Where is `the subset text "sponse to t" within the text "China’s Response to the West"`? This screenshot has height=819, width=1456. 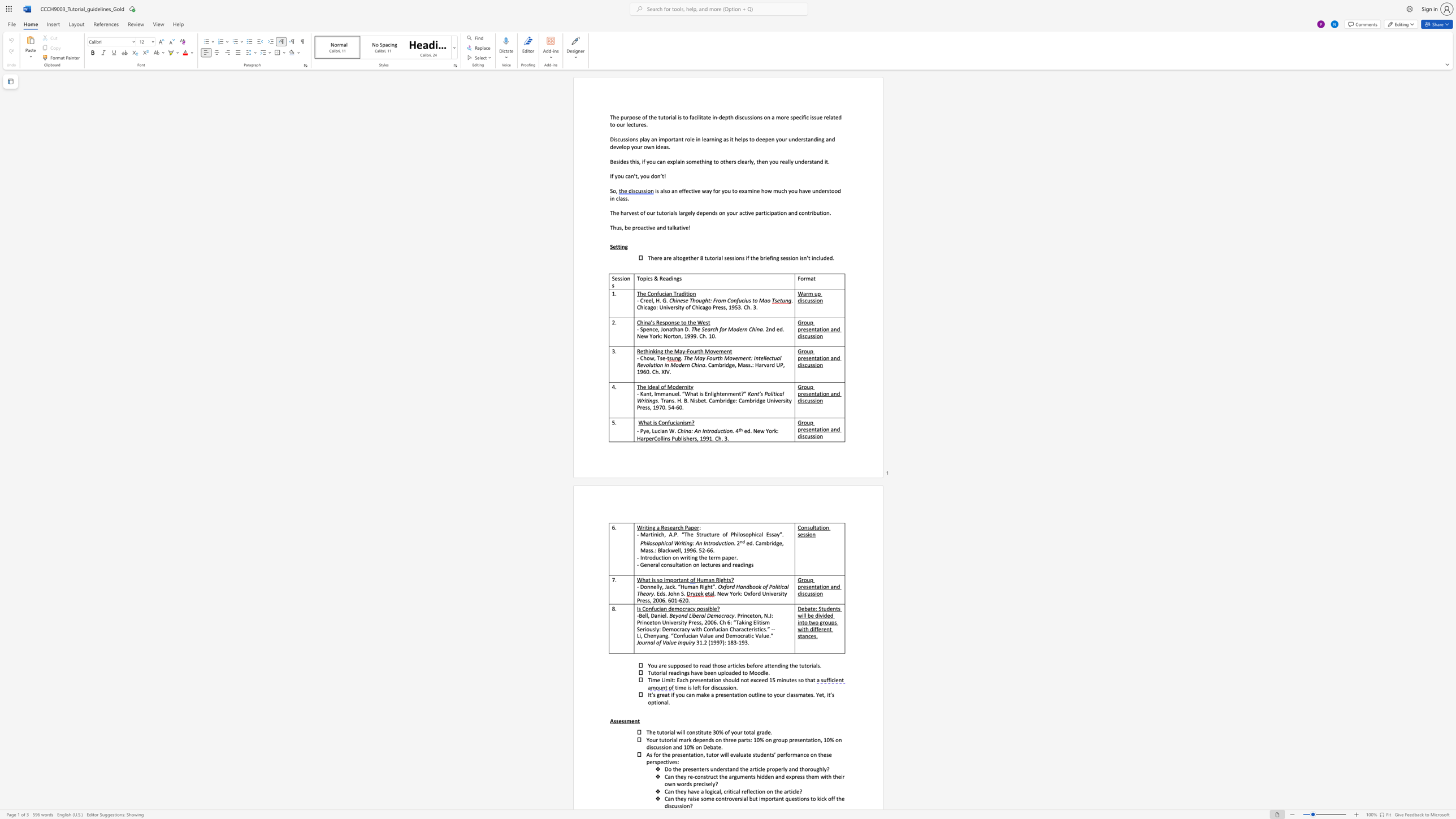
the subset text "sponse to t" within the text "China’s Response to the West" is located at coordinates (662, 322).